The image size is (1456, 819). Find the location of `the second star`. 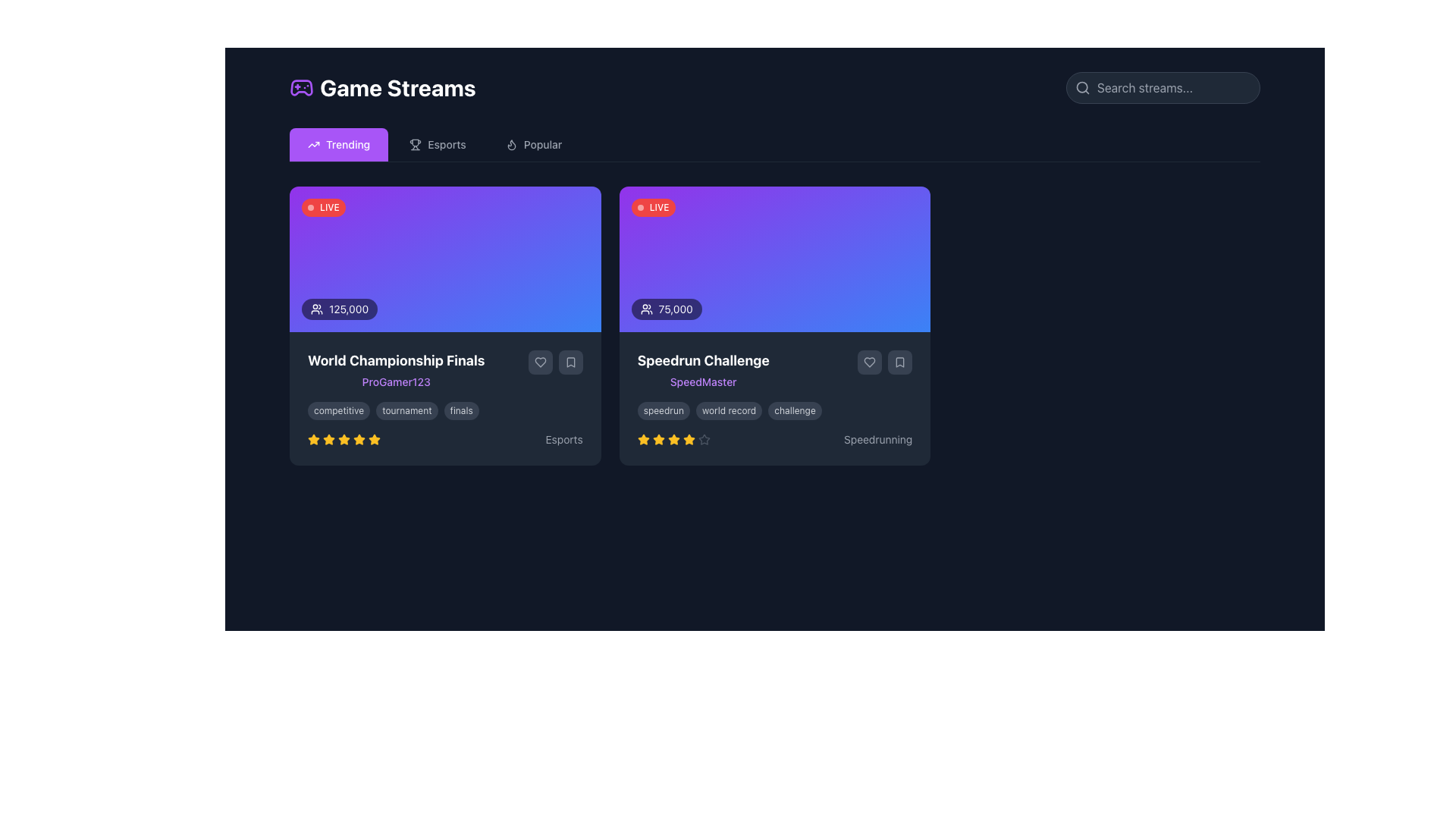

the second star is located at coordinates (673, 439).